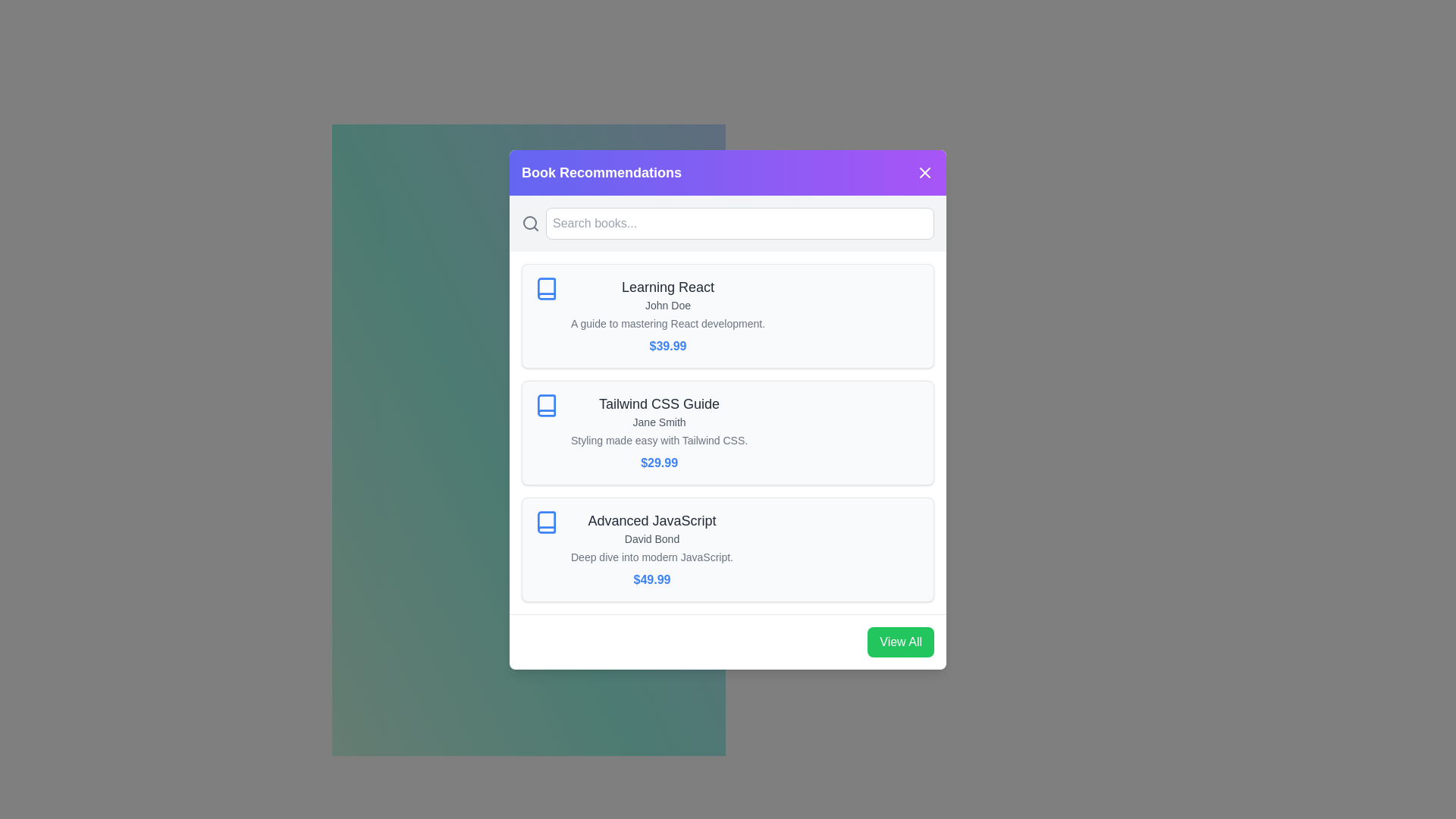  I want to click on the text label that describes the book titled 'Learning React', positioned below the author 'John Doe' and above the price '$39.99', so click(667, 322).